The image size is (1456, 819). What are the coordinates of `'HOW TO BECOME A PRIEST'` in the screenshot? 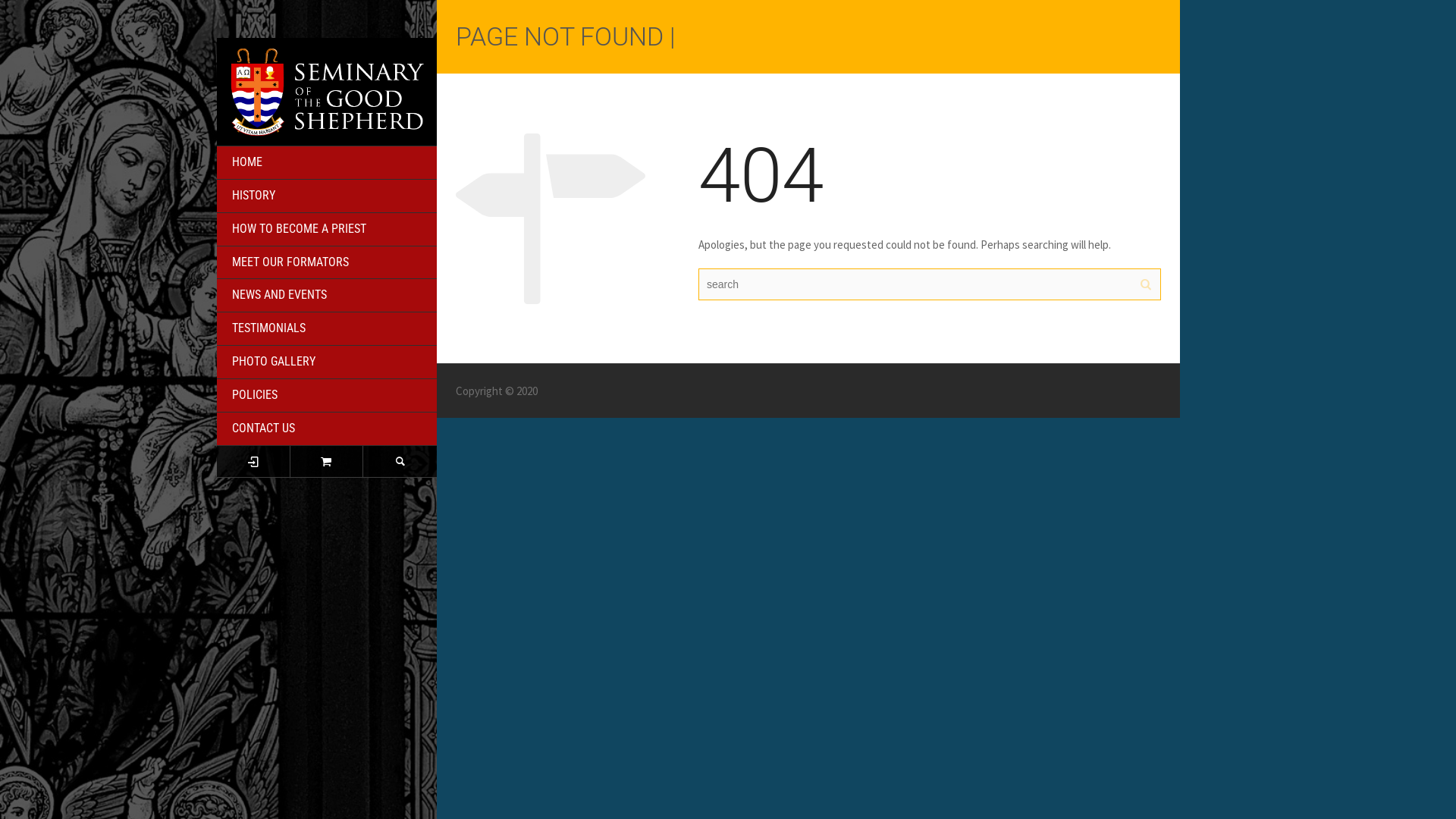 It's located at (326, 230).